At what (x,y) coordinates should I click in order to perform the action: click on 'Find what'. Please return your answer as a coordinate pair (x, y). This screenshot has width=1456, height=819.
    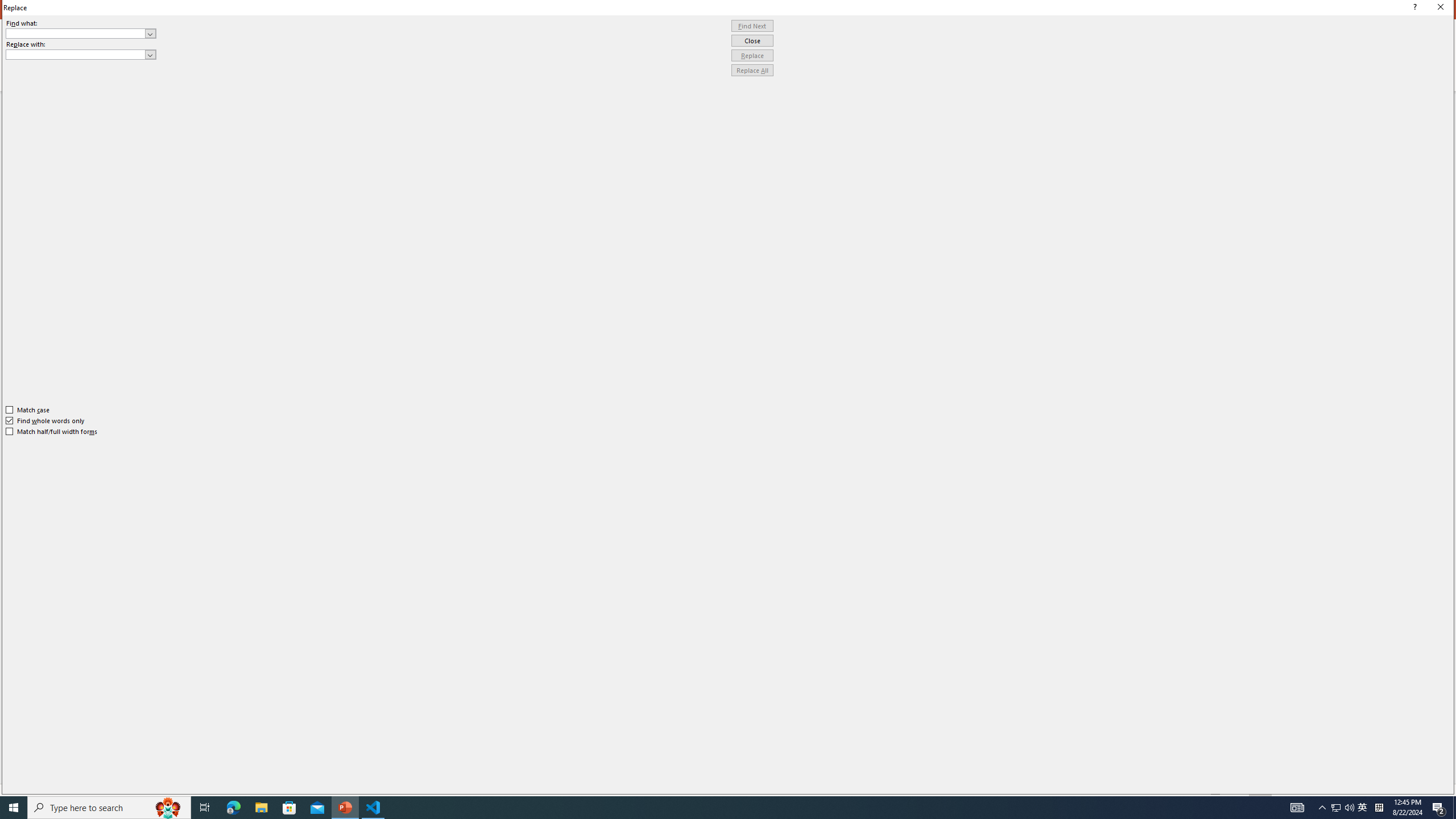
    Looking at the image, I should click on (81, 33).